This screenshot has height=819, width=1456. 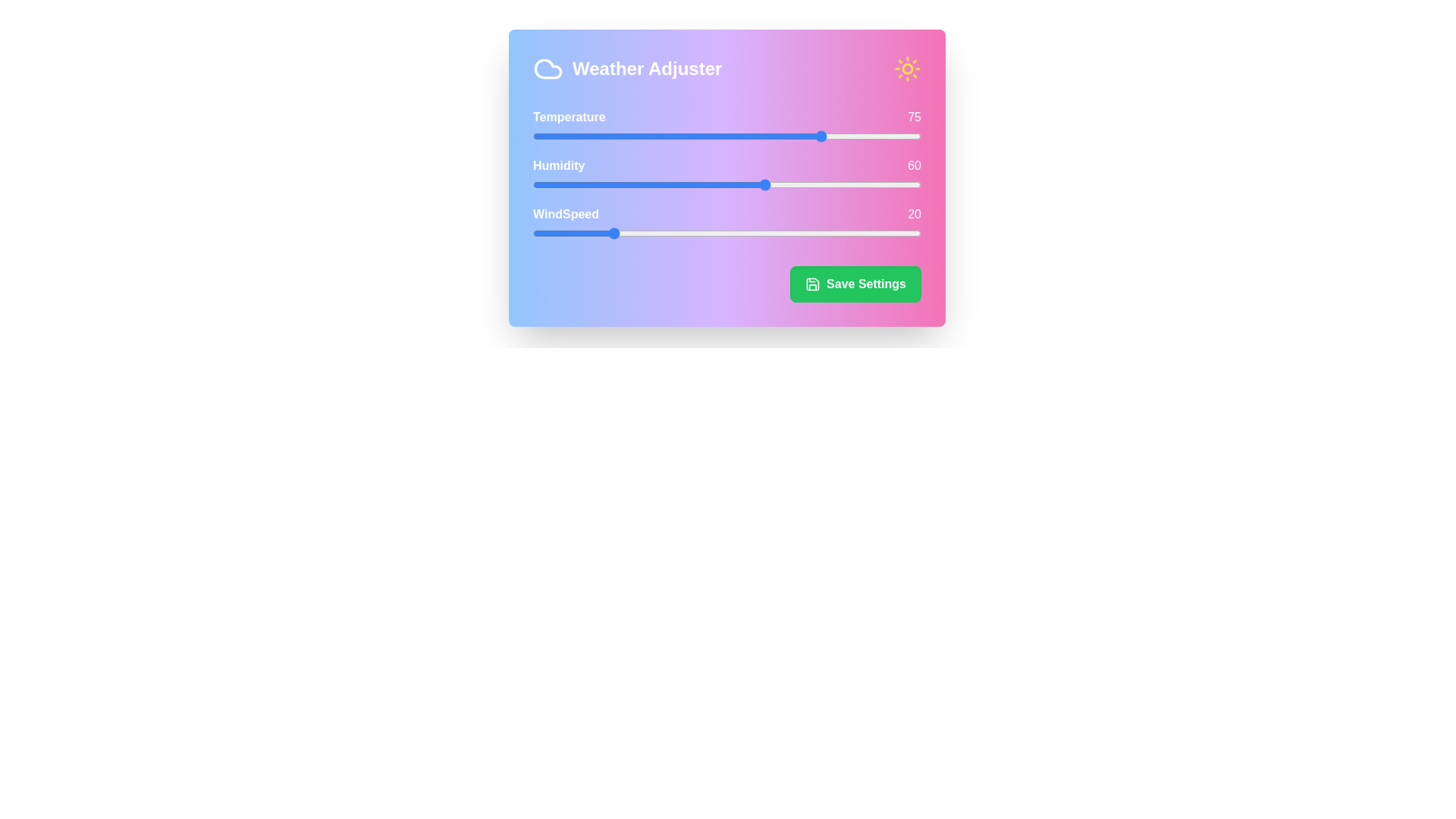 What do you see at coordinates (726, 184) in the screenshot?
I see `the humidity slider` at bounding box center [726, 184].